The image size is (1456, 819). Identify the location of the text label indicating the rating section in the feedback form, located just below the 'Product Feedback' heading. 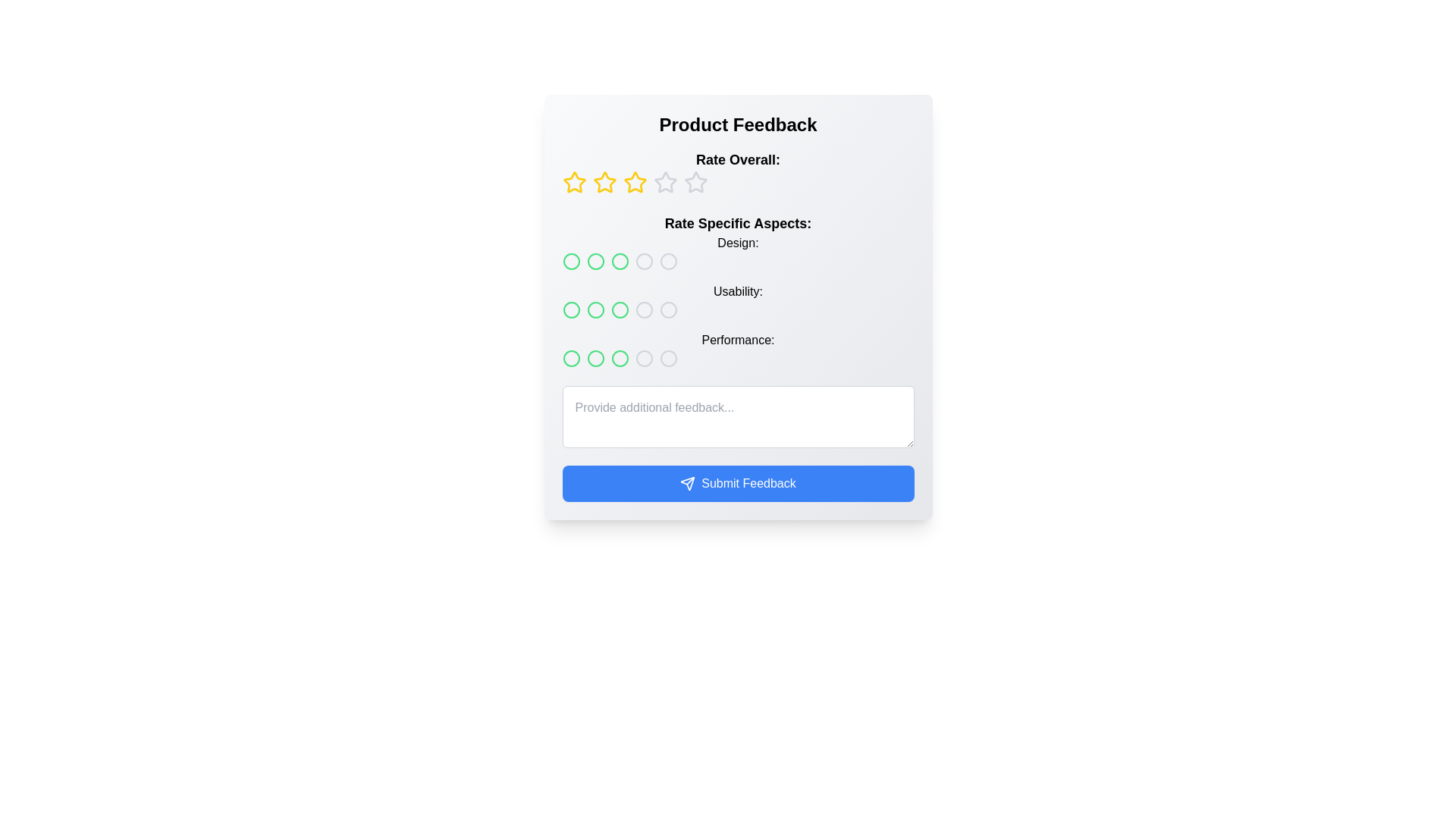
(738, 160).